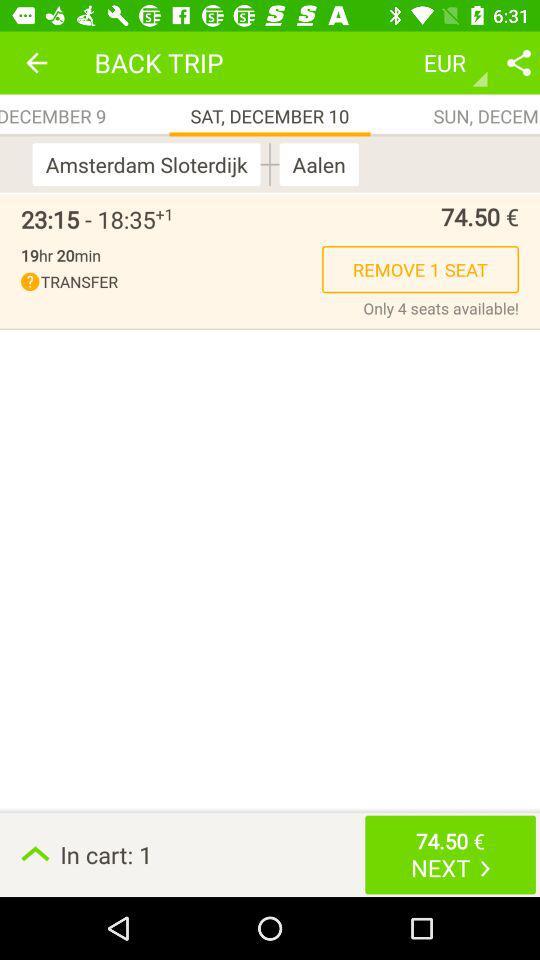 This screenshot has width=540, height=960. I want to click on the icon below 23 15 18 icon, so click(60, 254).